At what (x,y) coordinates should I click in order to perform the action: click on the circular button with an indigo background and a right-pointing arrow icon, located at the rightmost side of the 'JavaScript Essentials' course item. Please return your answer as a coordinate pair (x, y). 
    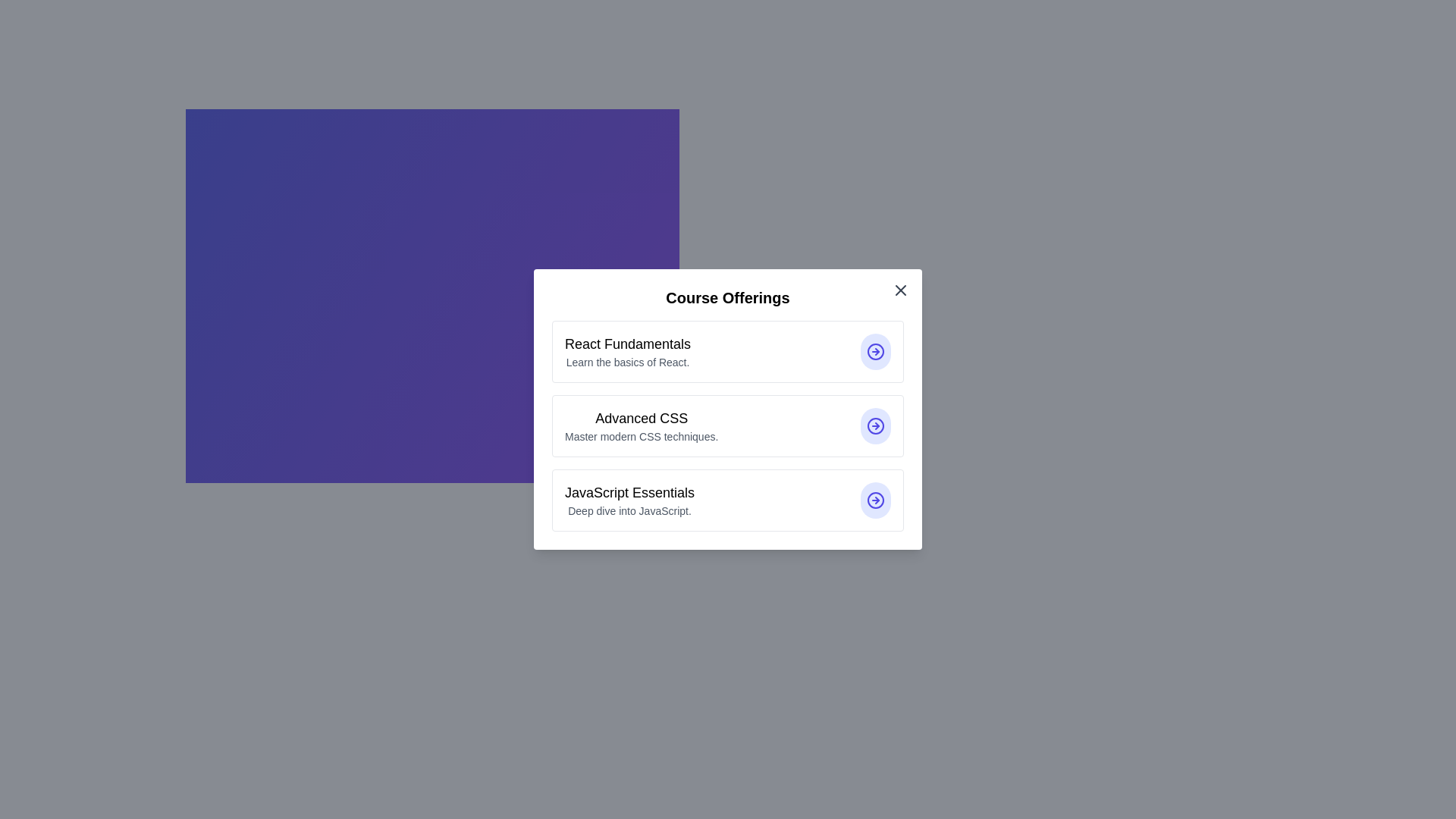
    Looking at the image, I should click on (876, 500).